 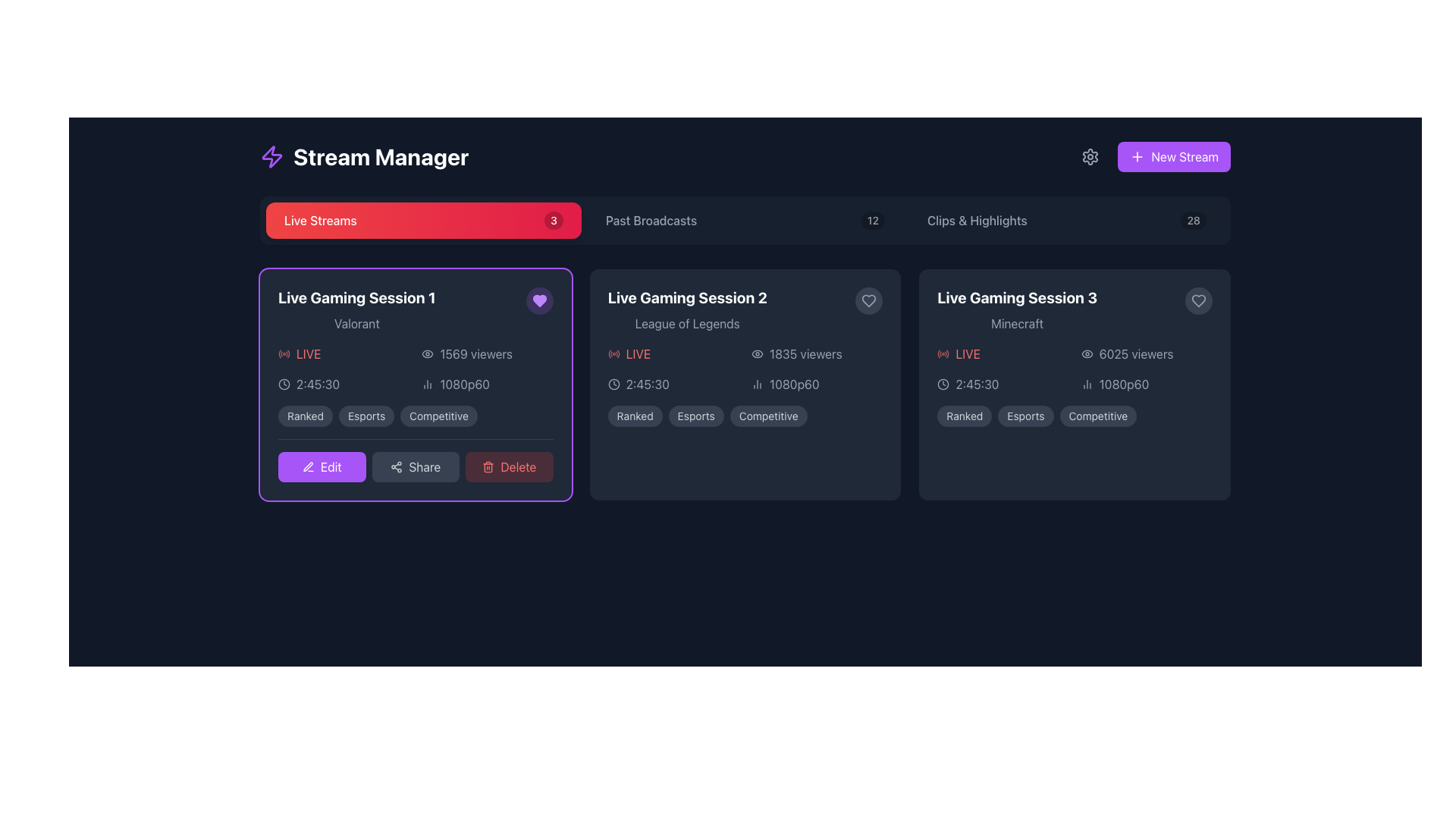 I want to click on the 'Share' button, which is a dark gray rectangular button with rounded corners, displaying light gray text and a share icon, located in the middle of three horizontally aligned buttons at the bottom of the 'Live Gaming Session 1' card, so click(x=415, y=466).